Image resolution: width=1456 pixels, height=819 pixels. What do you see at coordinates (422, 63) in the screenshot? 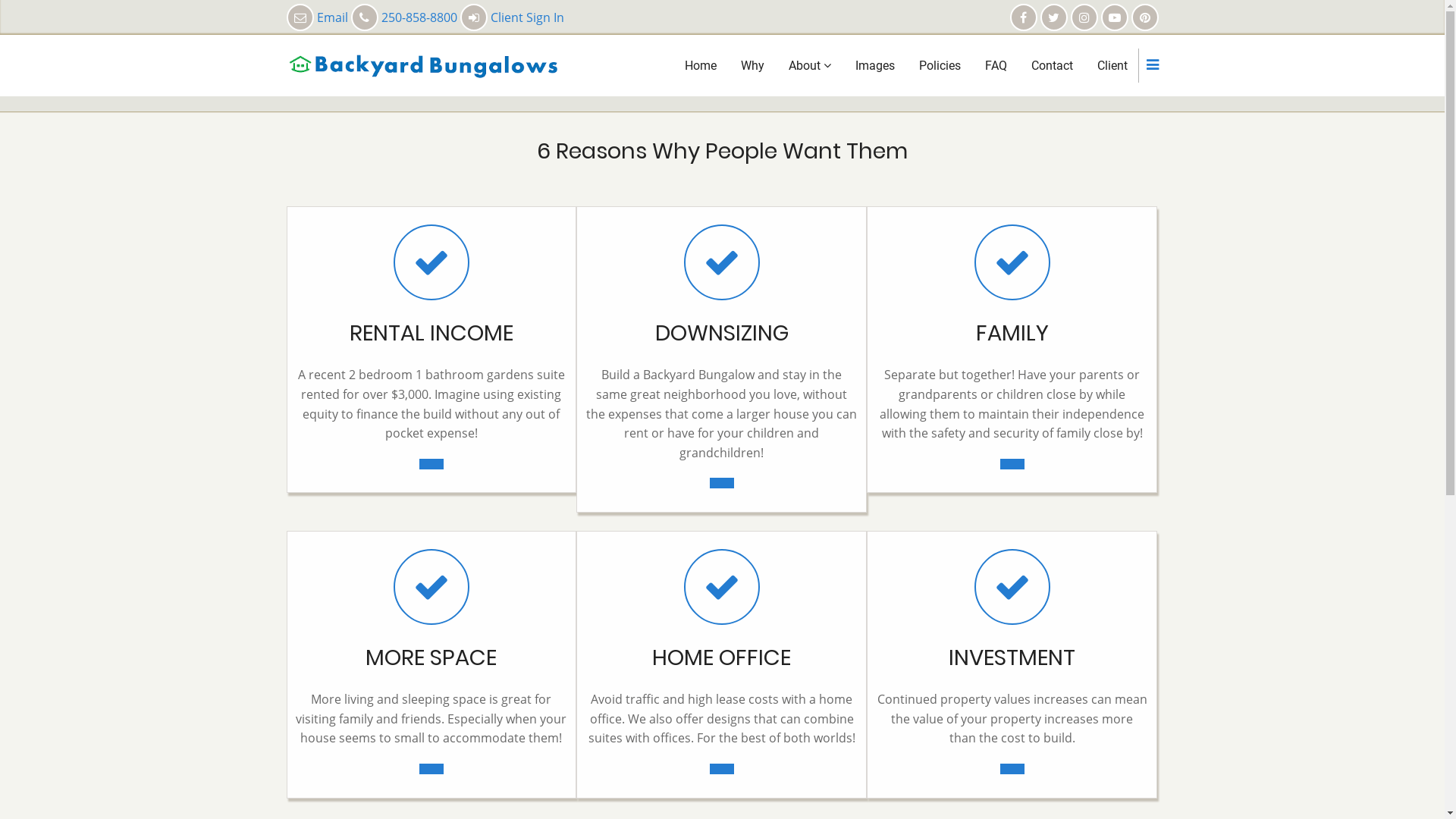
I see `'Home'` at bounding box center [422, 63].